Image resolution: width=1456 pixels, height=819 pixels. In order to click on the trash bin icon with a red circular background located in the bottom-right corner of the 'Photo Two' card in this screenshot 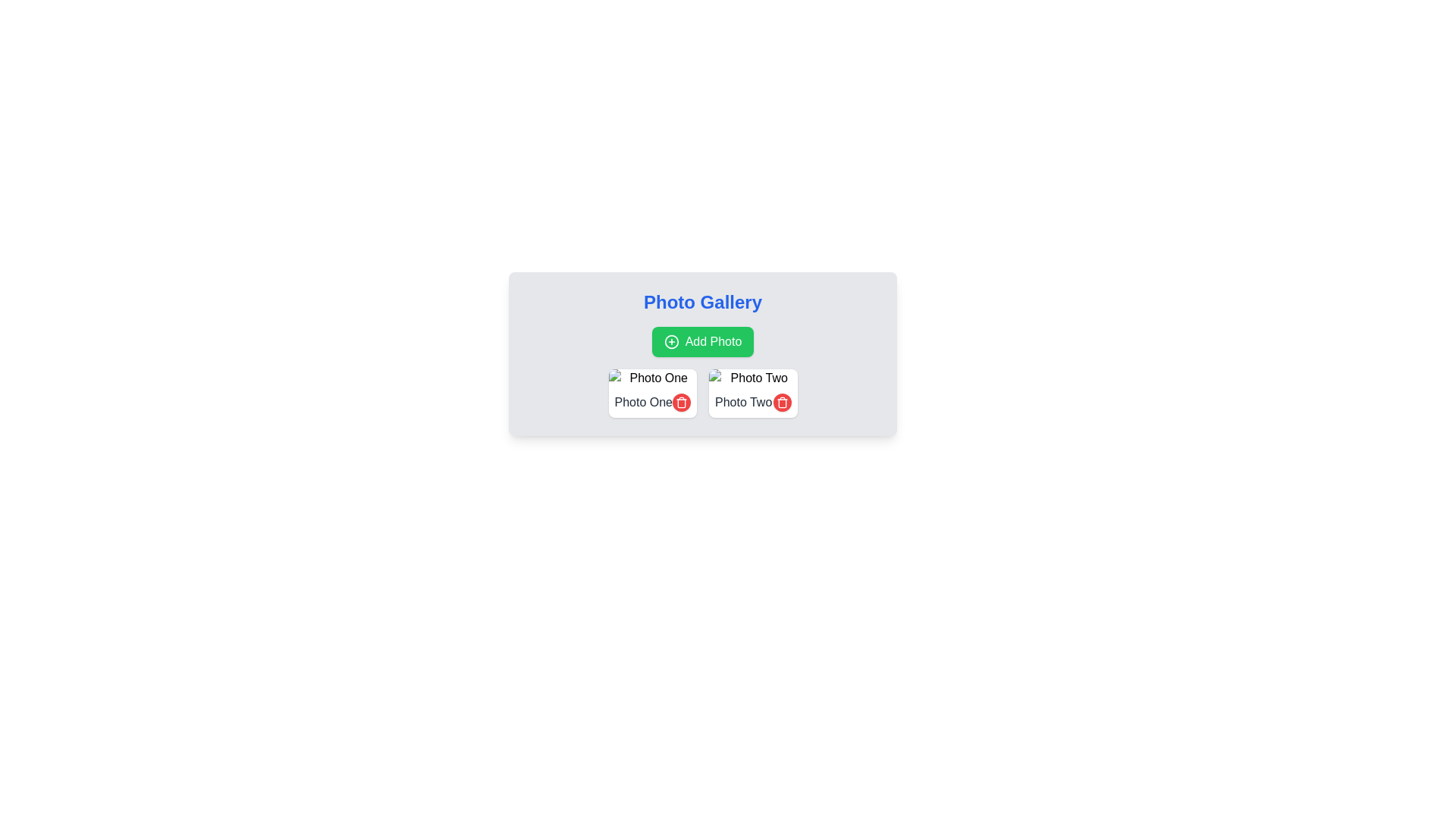, I will do `click(782, 402)`.